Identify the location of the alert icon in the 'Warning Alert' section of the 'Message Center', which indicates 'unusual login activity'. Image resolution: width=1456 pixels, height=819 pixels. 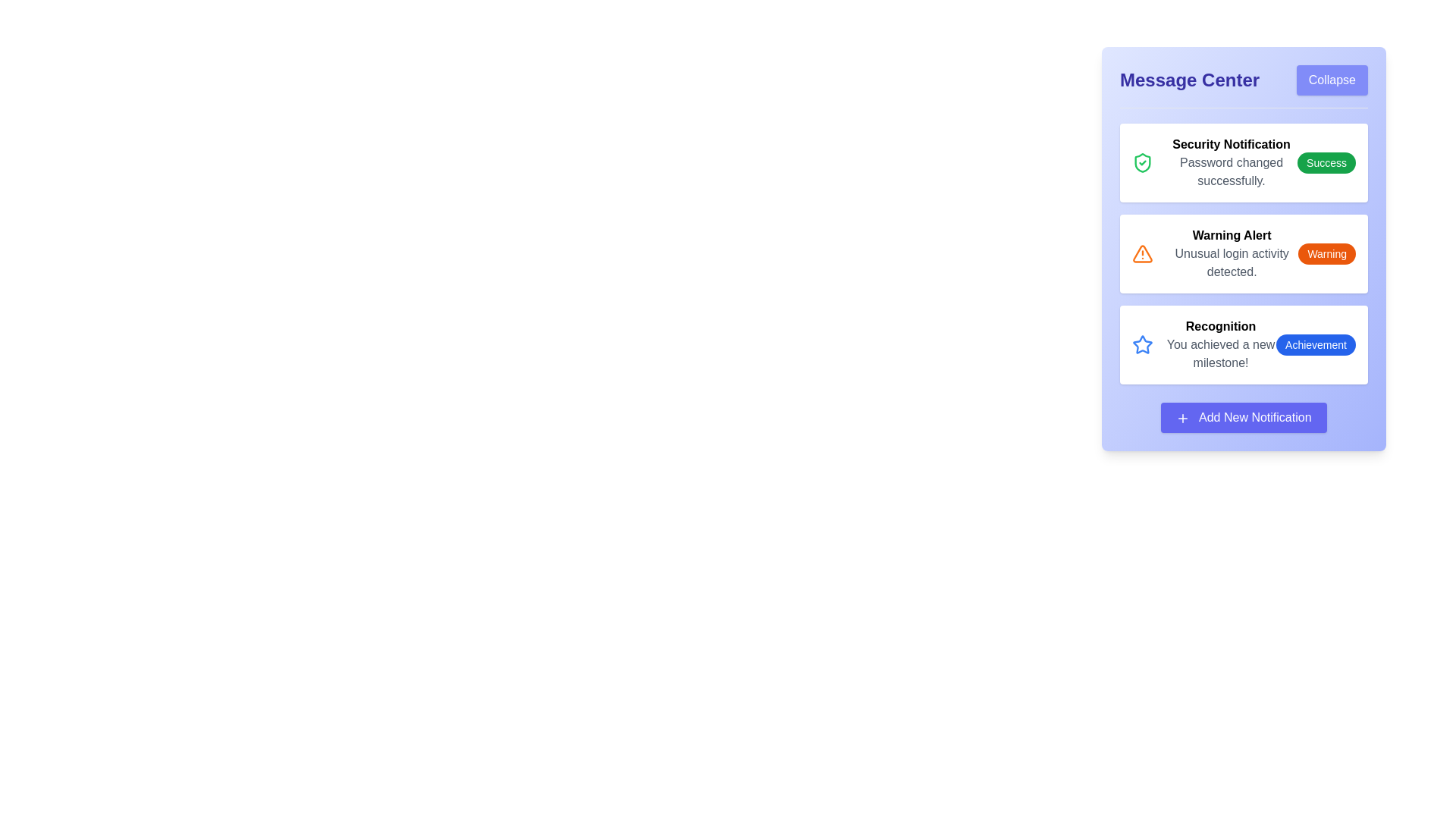
(1143, 253).